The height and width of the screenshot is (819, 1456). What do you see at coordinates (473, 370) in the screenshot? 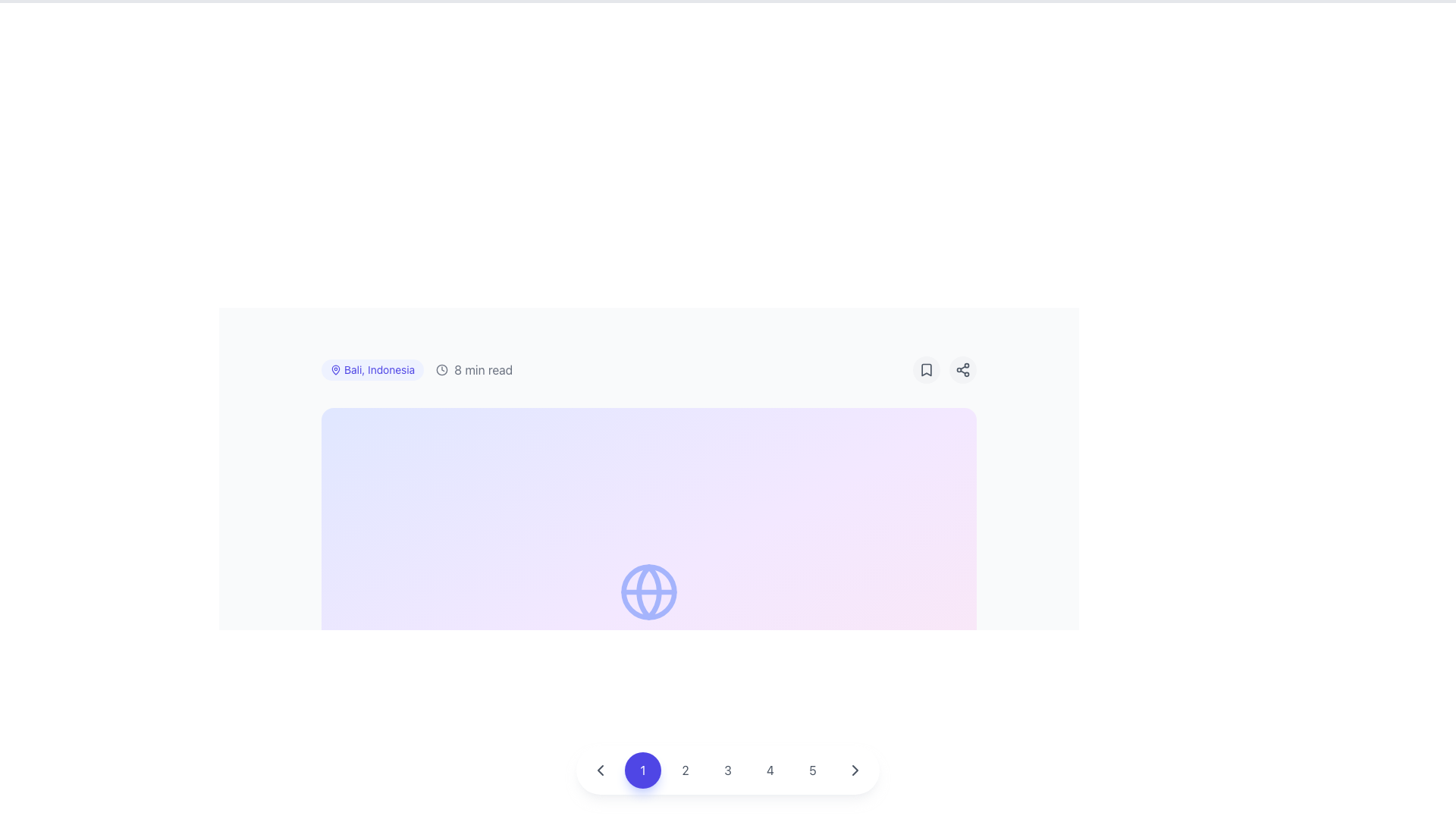
I see `estimated reading time displayed to the right of the 'Bali, Indonesia' label, which informs the user about the content's reading duration` at bounding box center [473, 370].